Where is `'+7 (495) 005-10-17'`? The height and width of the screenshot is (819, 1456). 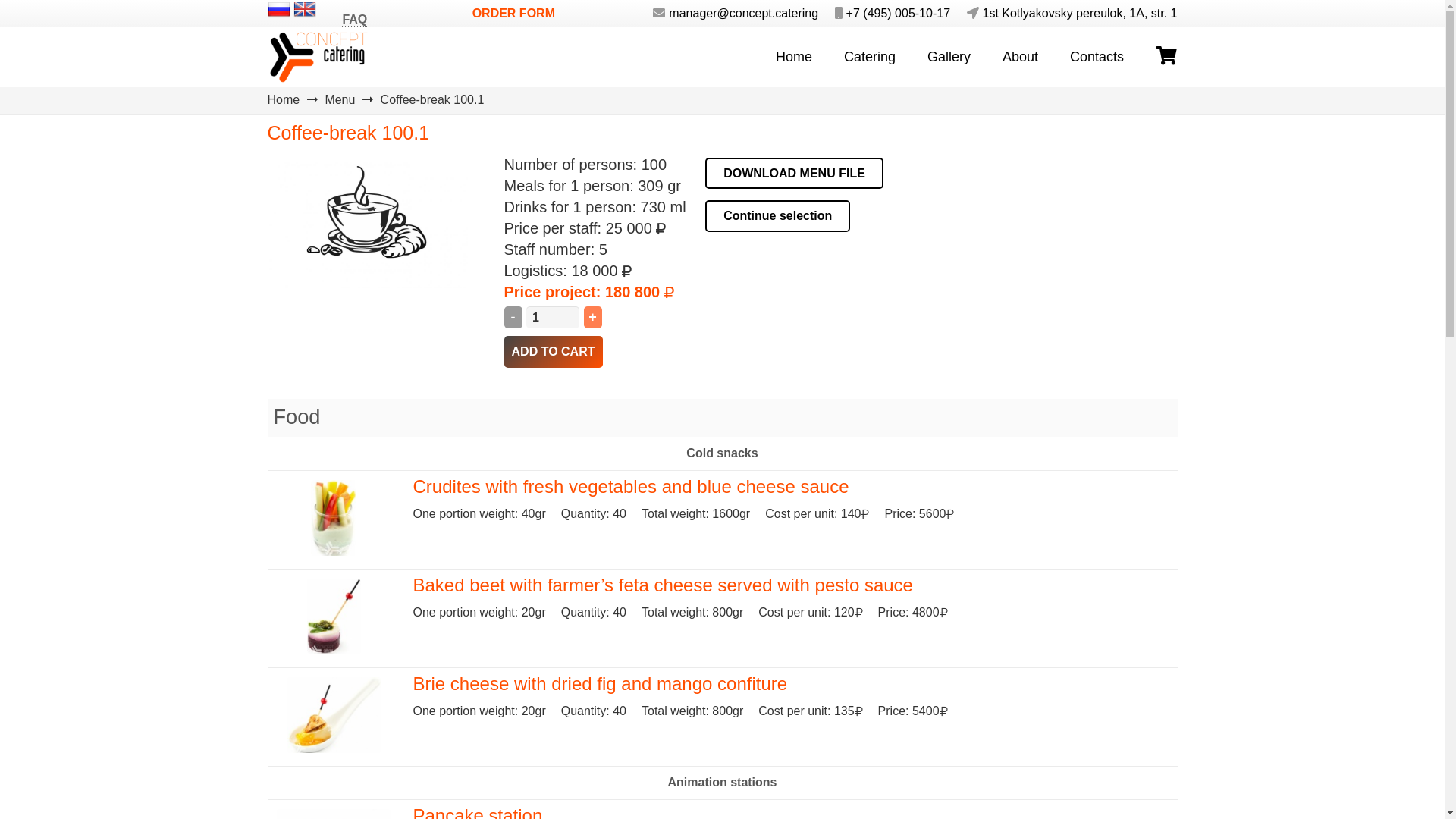
'+7 (495) 005-10-17' is located at coordinates (821, 12).